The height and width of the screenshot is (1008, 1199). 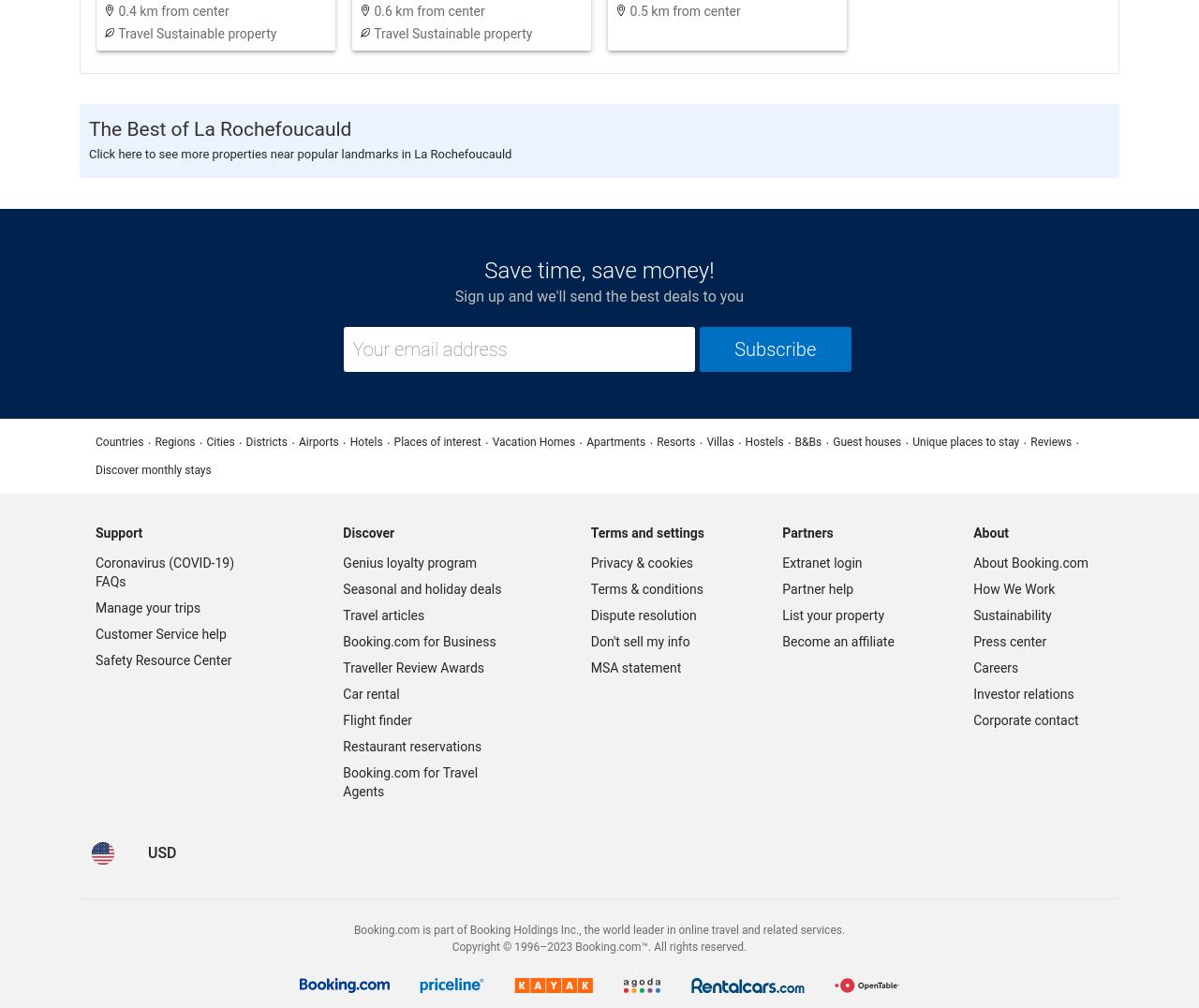 I want to click on 'Don't sell my info', so click(x=589, y=641).